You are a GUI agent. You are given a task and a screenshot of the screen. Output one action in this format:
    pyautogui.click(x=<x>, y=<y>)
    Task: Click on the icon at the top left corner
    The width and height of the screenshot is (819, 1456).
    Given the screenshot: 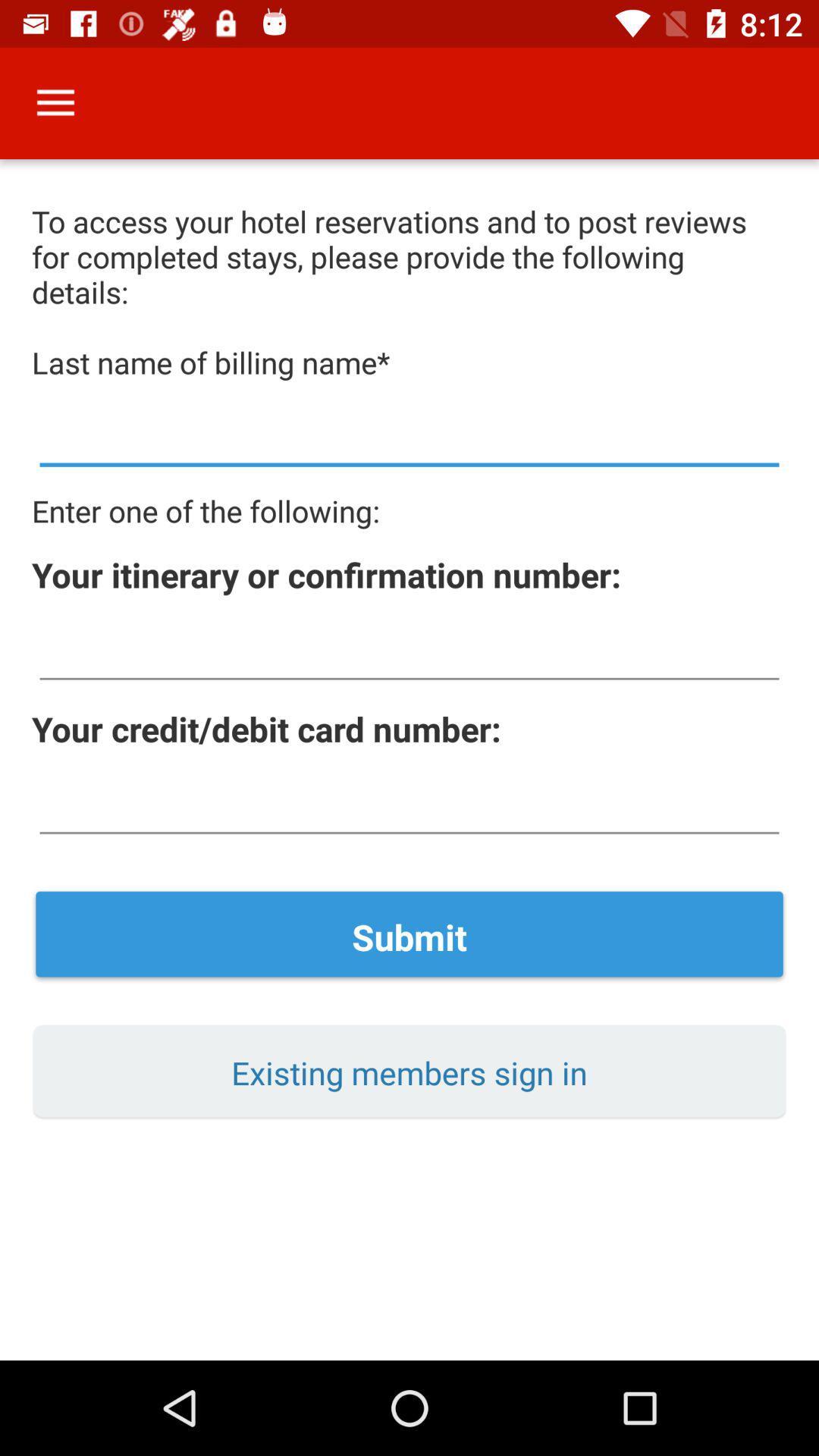 What is the action you would take?
    pyautogui.click(x=55, y=102)
    